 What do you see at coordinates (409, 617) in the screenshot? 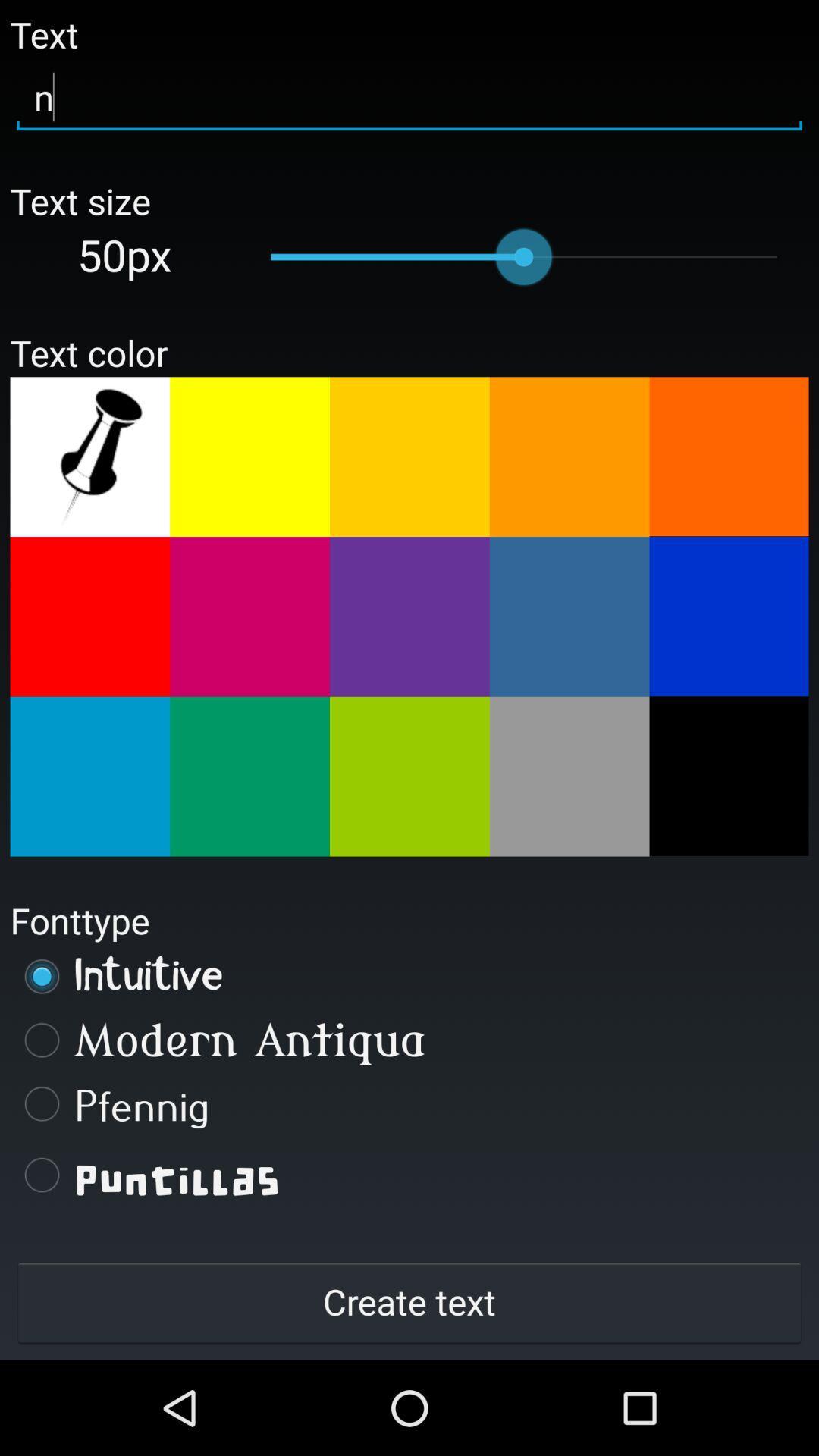
I see `color` at bounding box center [409, 617].